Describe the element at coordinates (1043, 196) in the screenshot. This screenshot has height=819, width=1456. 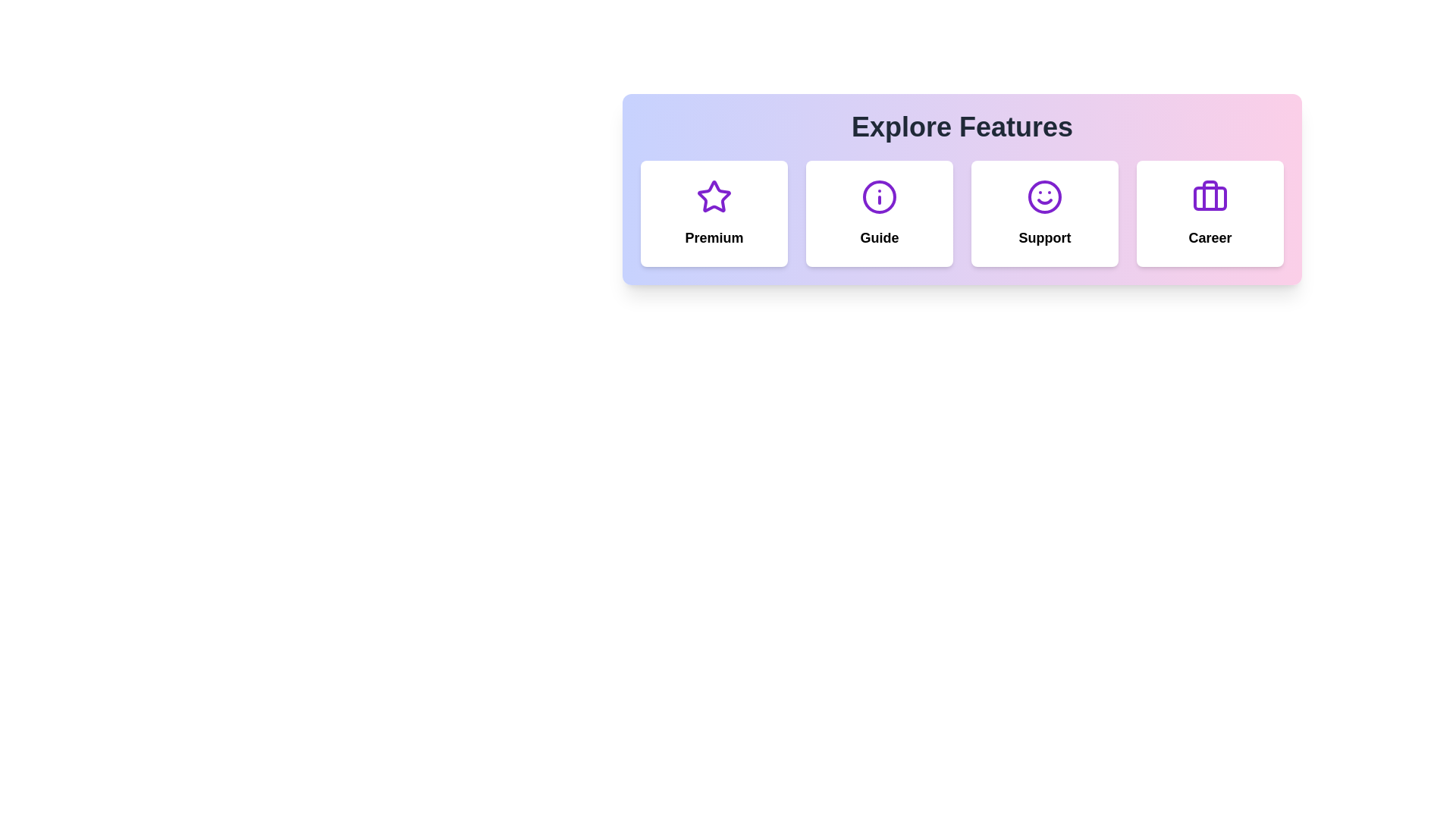
I see `the circular element that represents the core of the smiley face icon in the 'Support' feature within the Explore Features panel` at that location.